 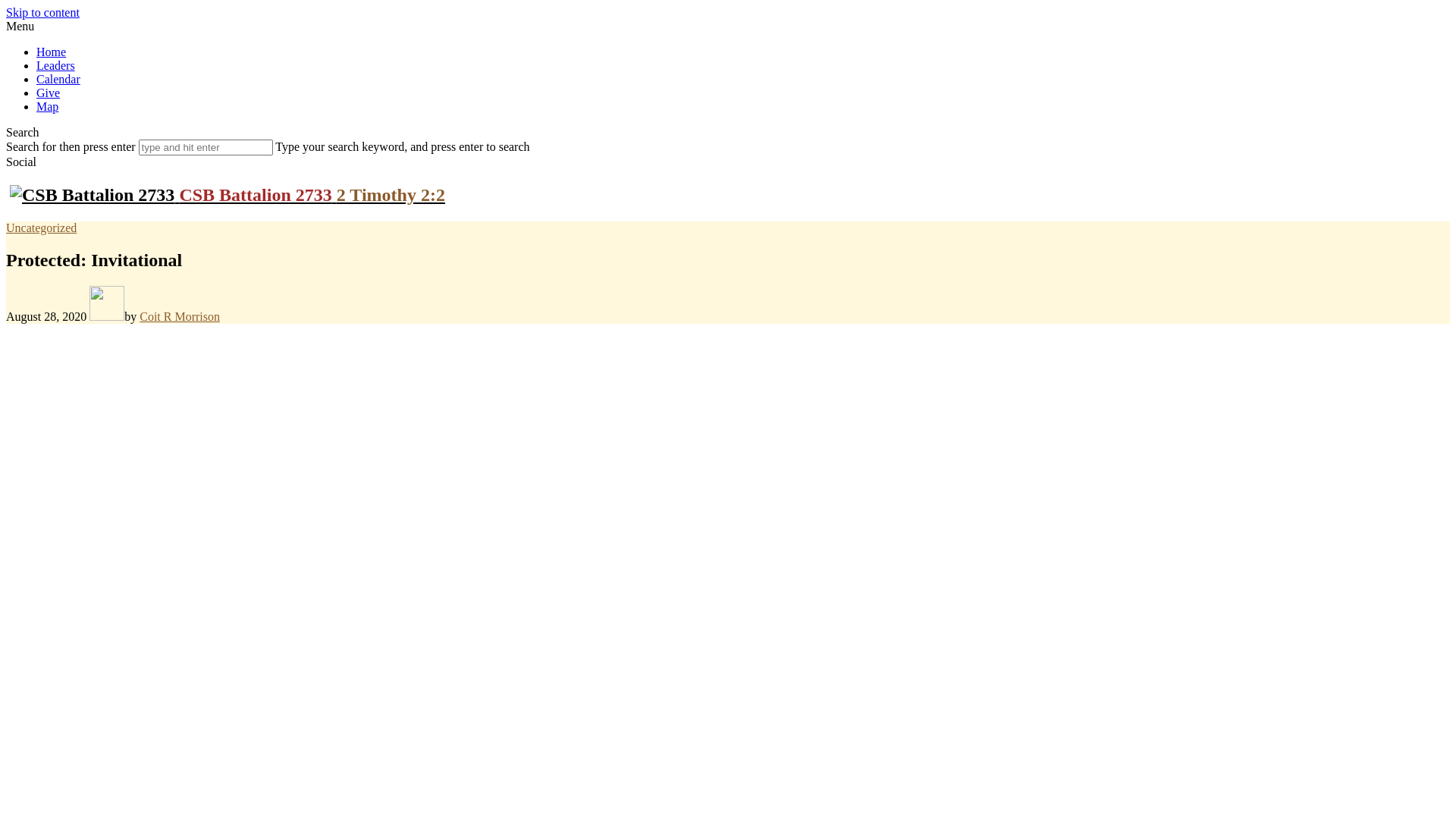 What do you see at coordinates (22, 131) in the screenshot?
I see `'Search'` at bounding box center [22, 131].